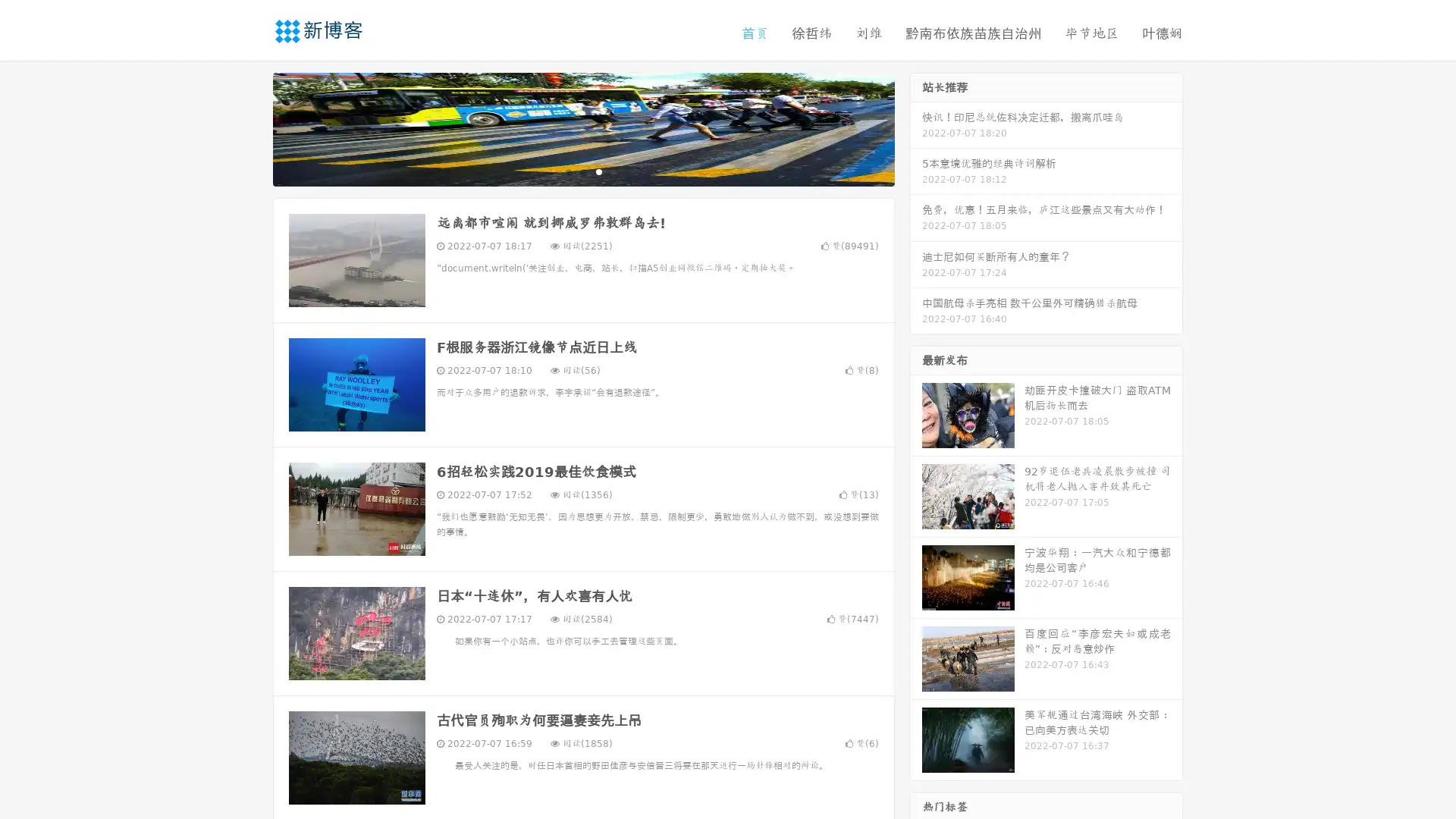 The height and width of the screenshot is (819, 1456). Describe the element at coordinates (582, 171) in the screenshot. I see `Go to slide 2` at that location.